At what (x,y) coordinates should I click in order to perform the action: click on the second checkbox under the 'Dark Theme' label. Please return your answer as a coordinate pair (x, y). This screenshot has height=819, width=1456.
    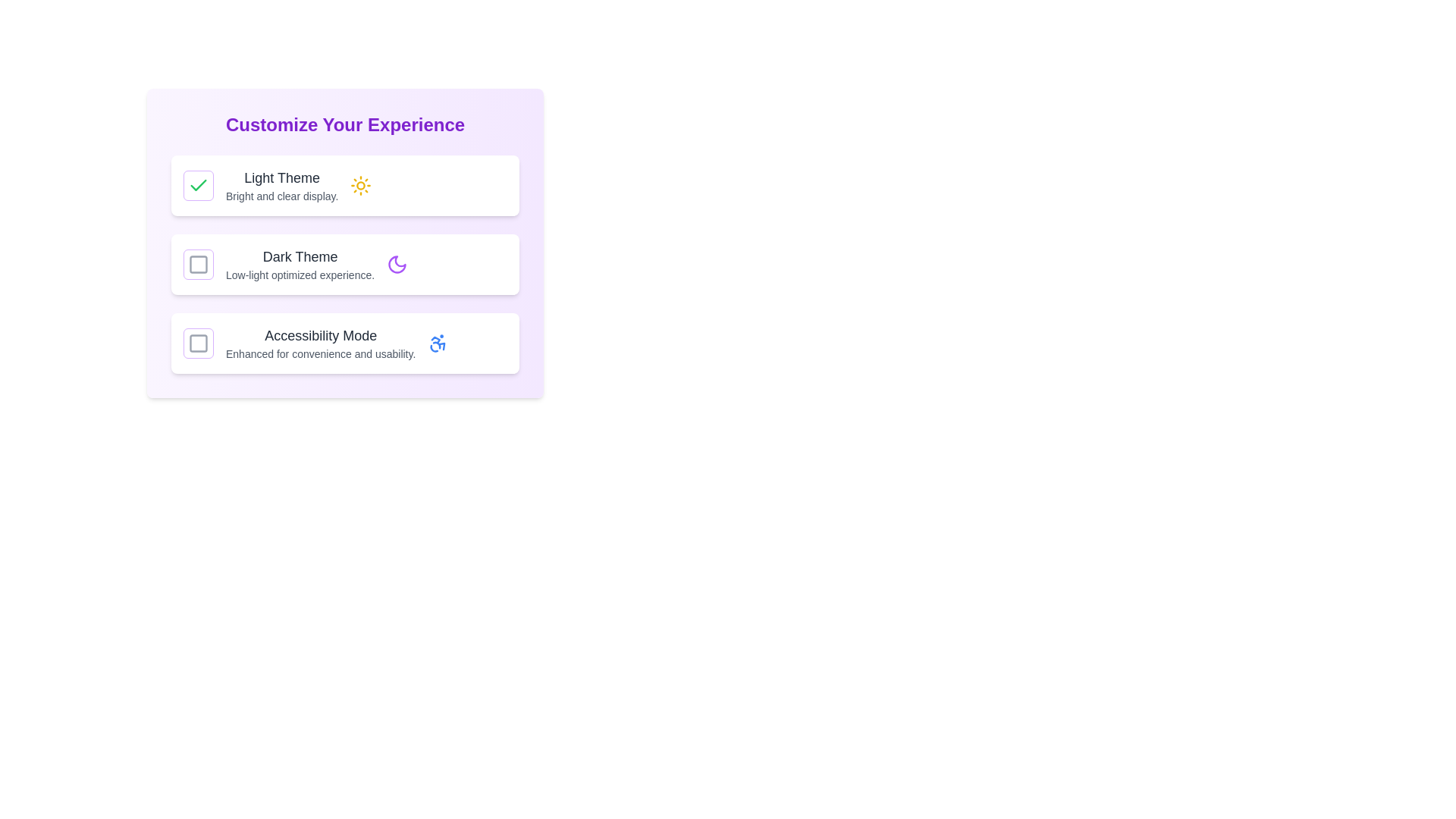
    Looking at the image, I should click on (198, 263).